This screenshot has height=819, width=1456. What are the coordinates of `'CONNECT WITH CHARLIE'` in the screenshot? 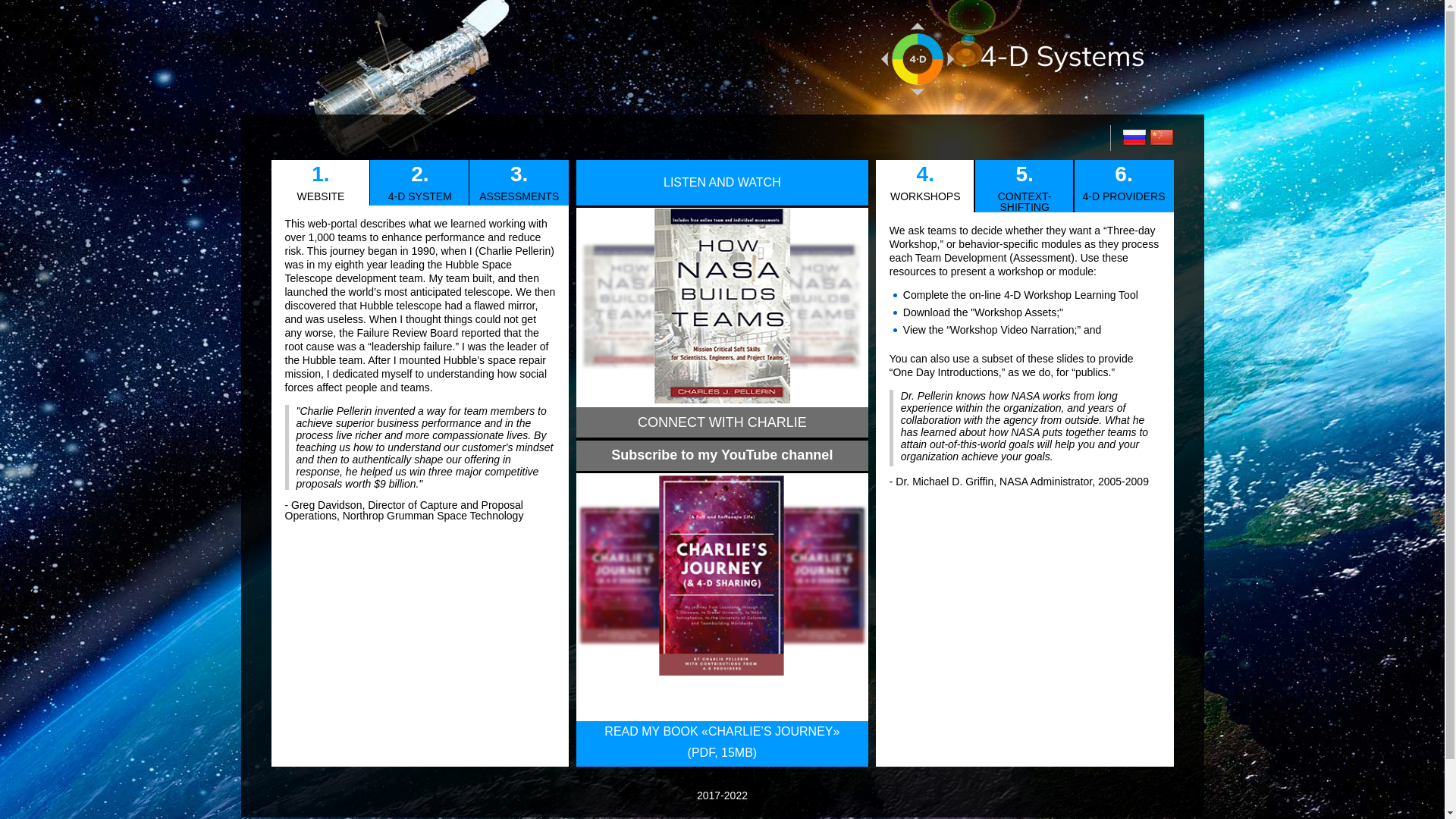 It's located at (720, 424).